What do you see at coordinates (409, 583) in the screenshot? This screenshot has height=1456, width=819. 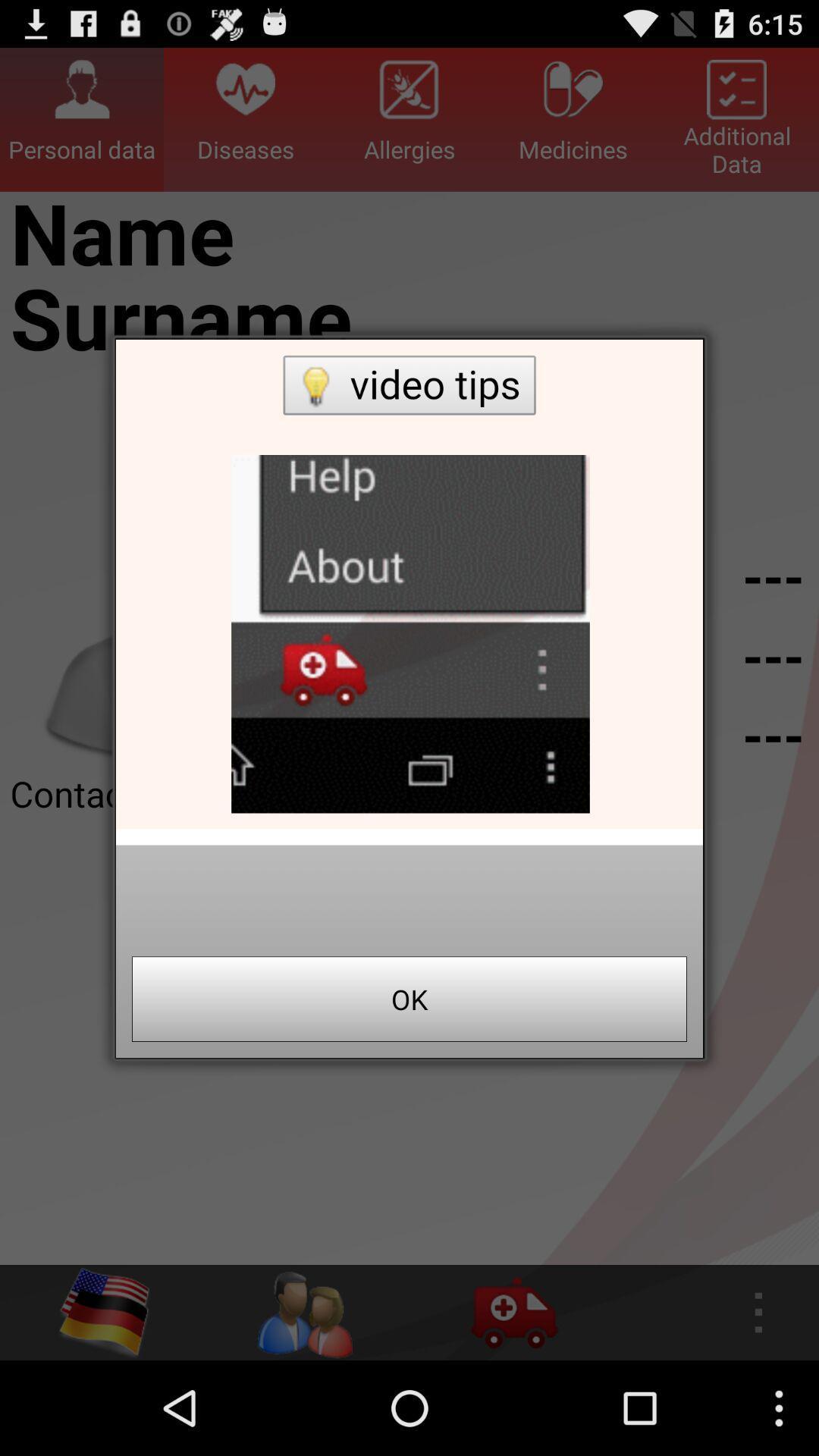 I see `instructions` at bounding box center [409, 583].